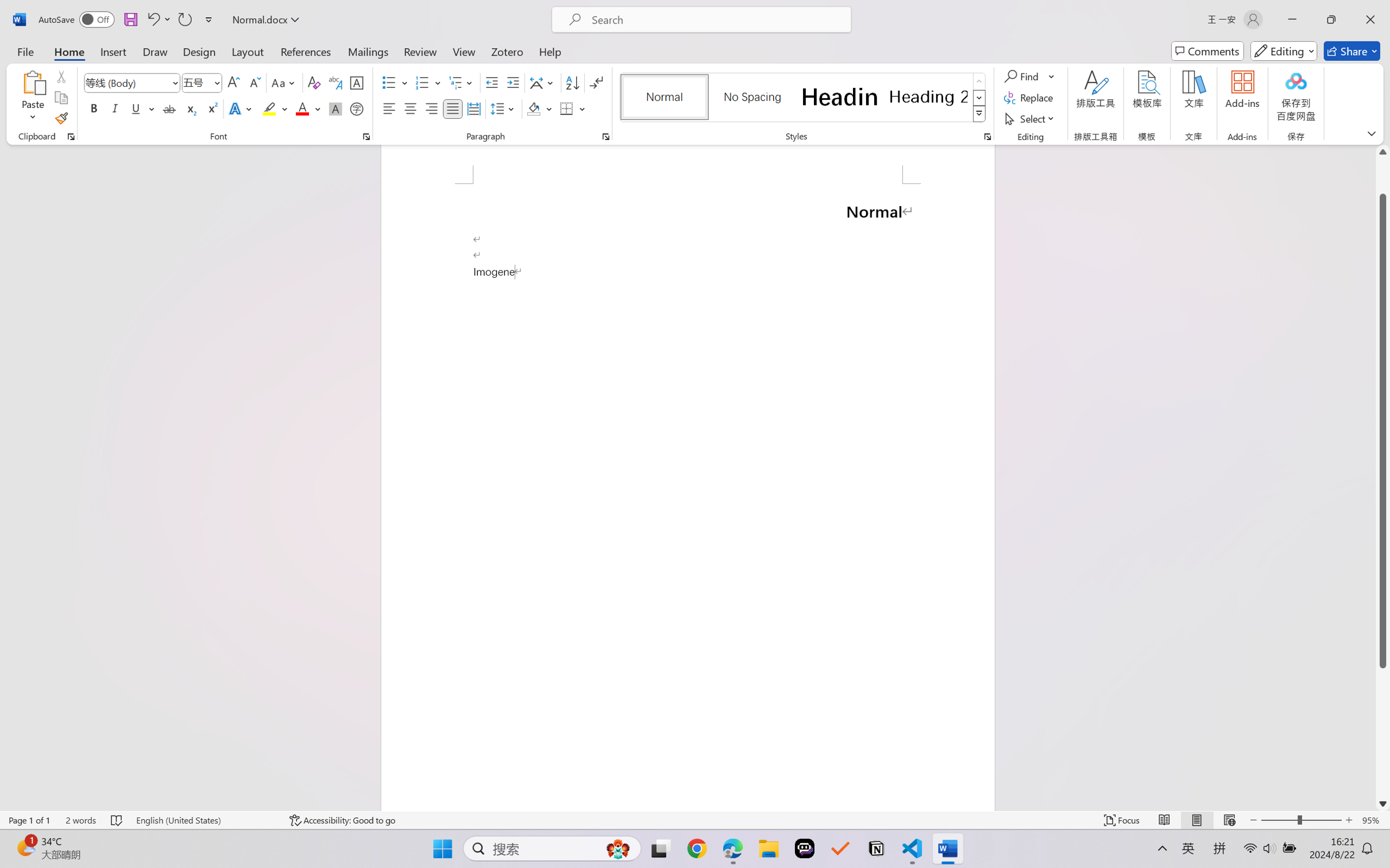 The image size is (1390, 868). Describe the element at coordinates (978, 114) in the screenshot. I see `'Styles'` at that location.